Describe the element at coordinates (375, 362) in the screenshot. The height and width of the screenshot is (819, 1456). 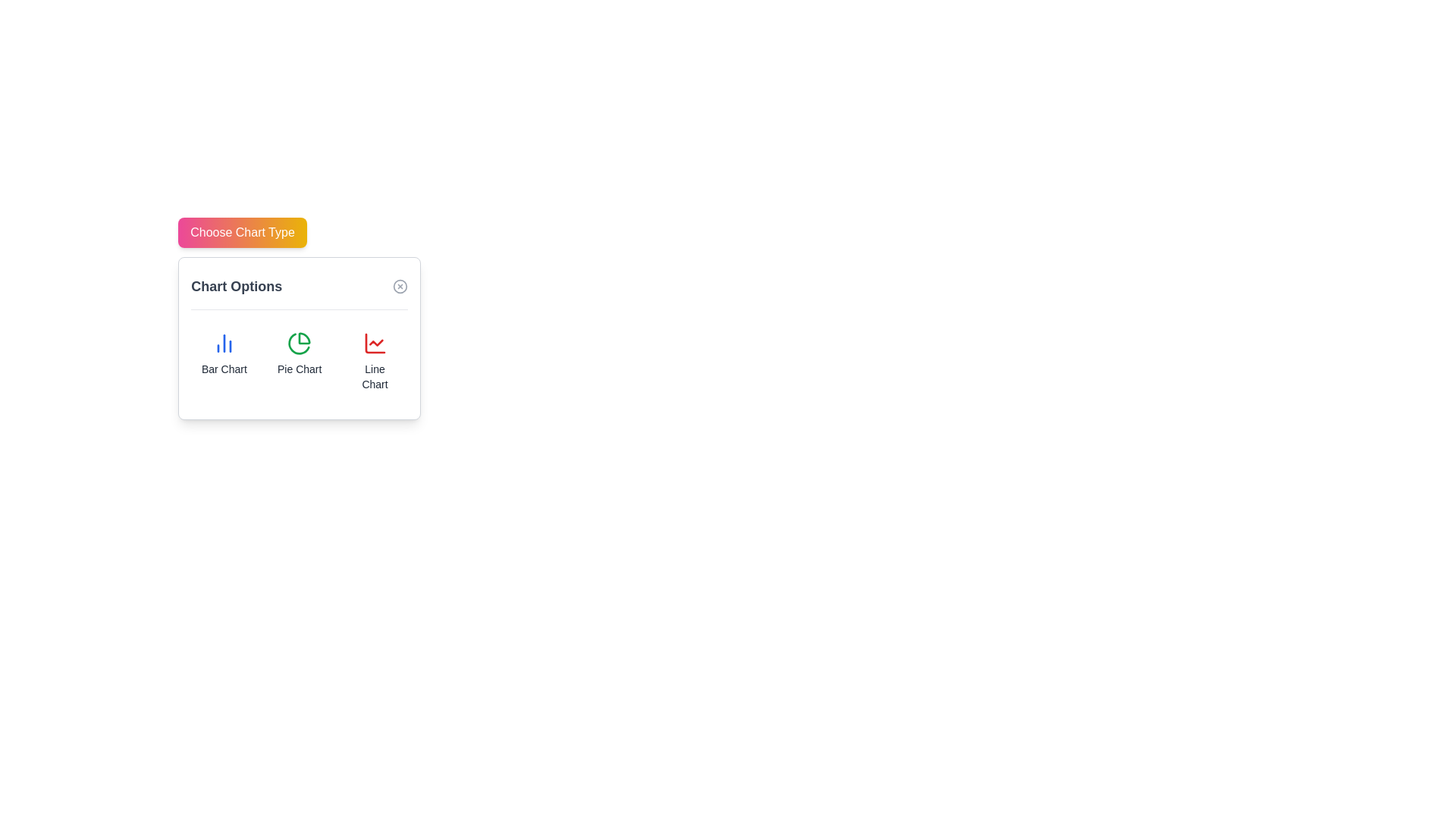
I see `the button labeled 'Line Chart', which is a vertically oriented card with a red line chart icon, located in the grid under 'Chart Options'` at that location.